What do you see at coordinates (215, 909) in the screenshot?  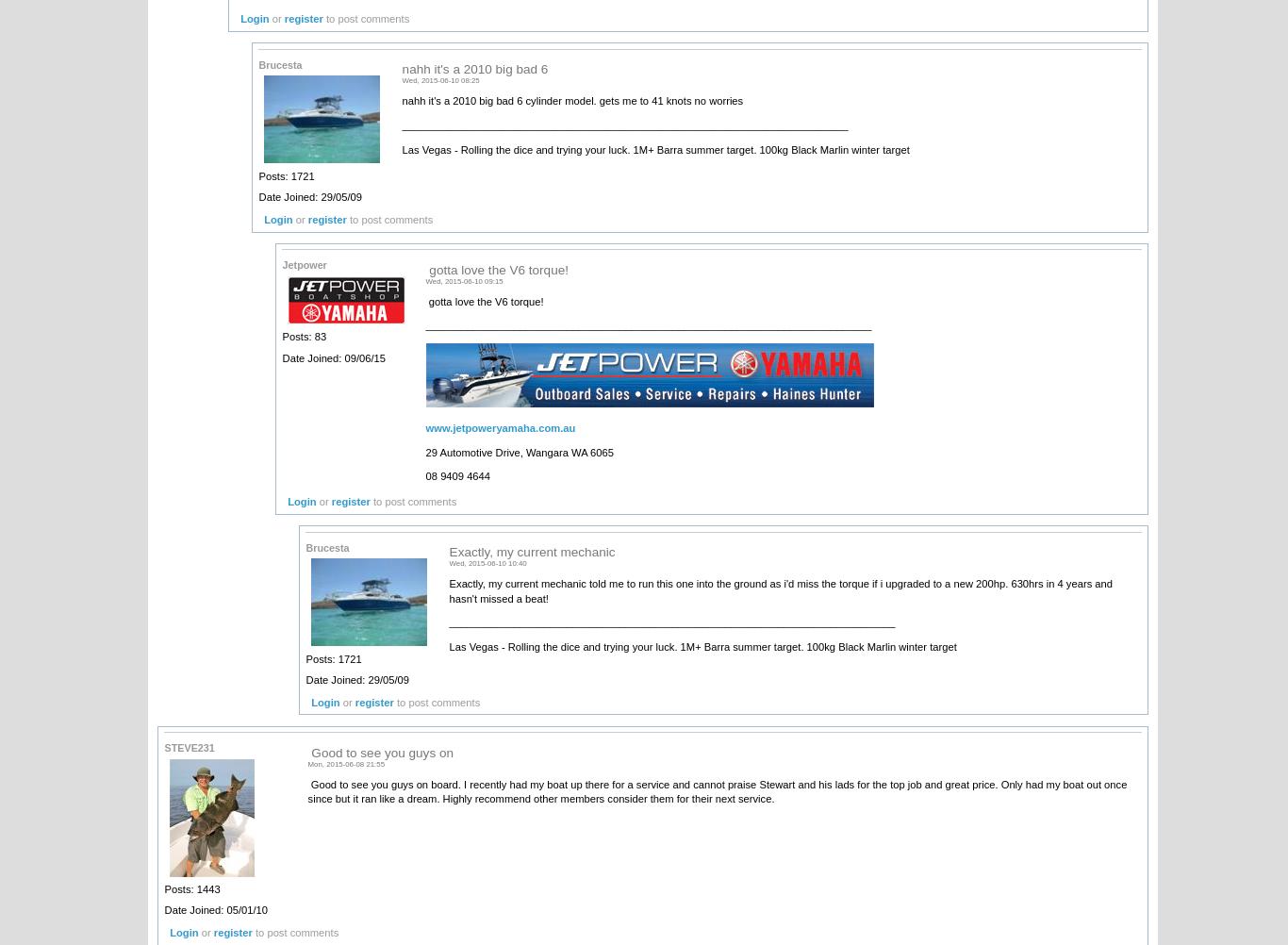 I see `'Date Joined: 05/01/10'` at bounding box center [215, 909].